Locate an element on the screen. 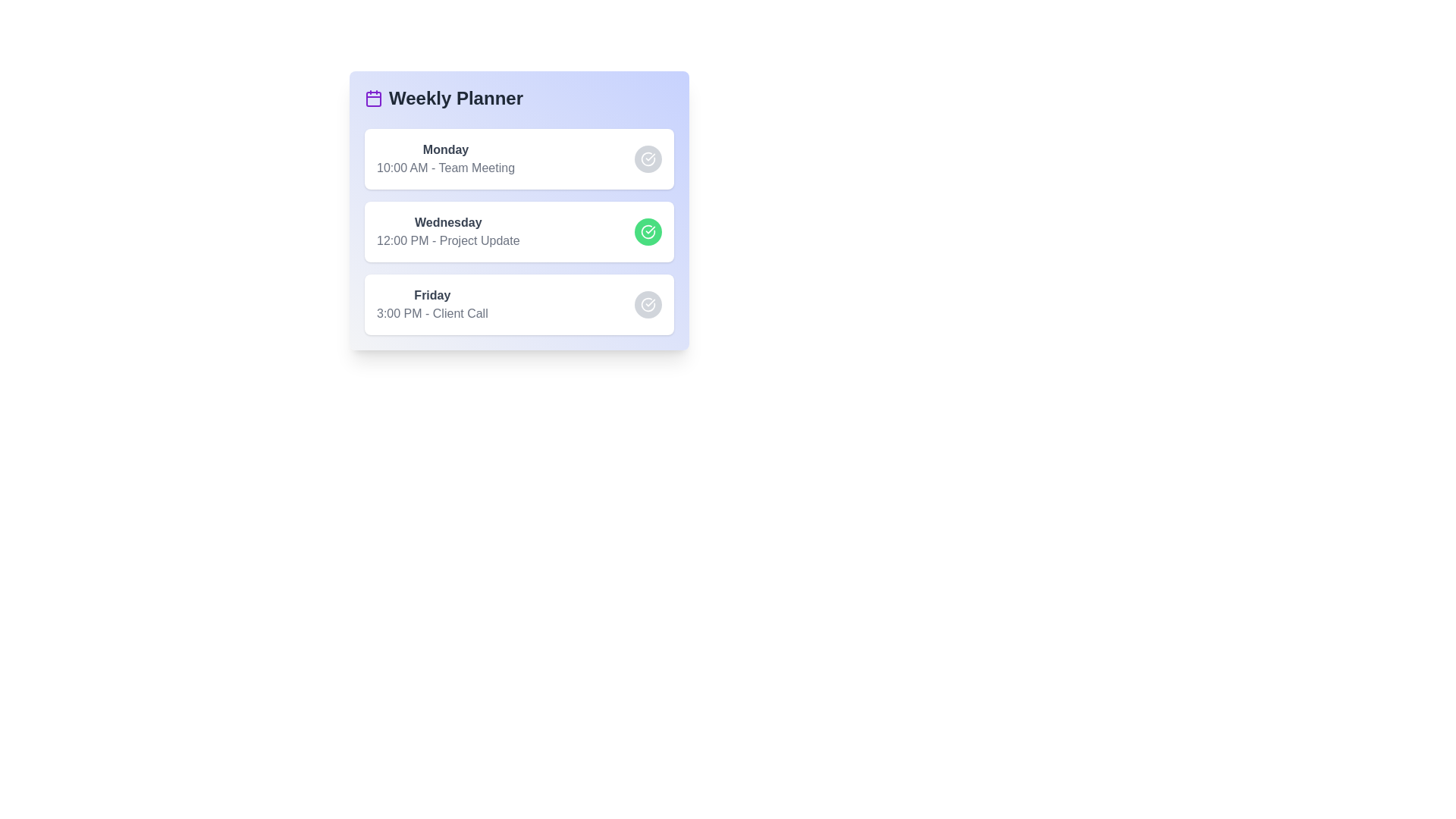 The image size is (1456, 819). the task corresponding to Wednesday to observe visual changes is located at coordinates (519, 231).